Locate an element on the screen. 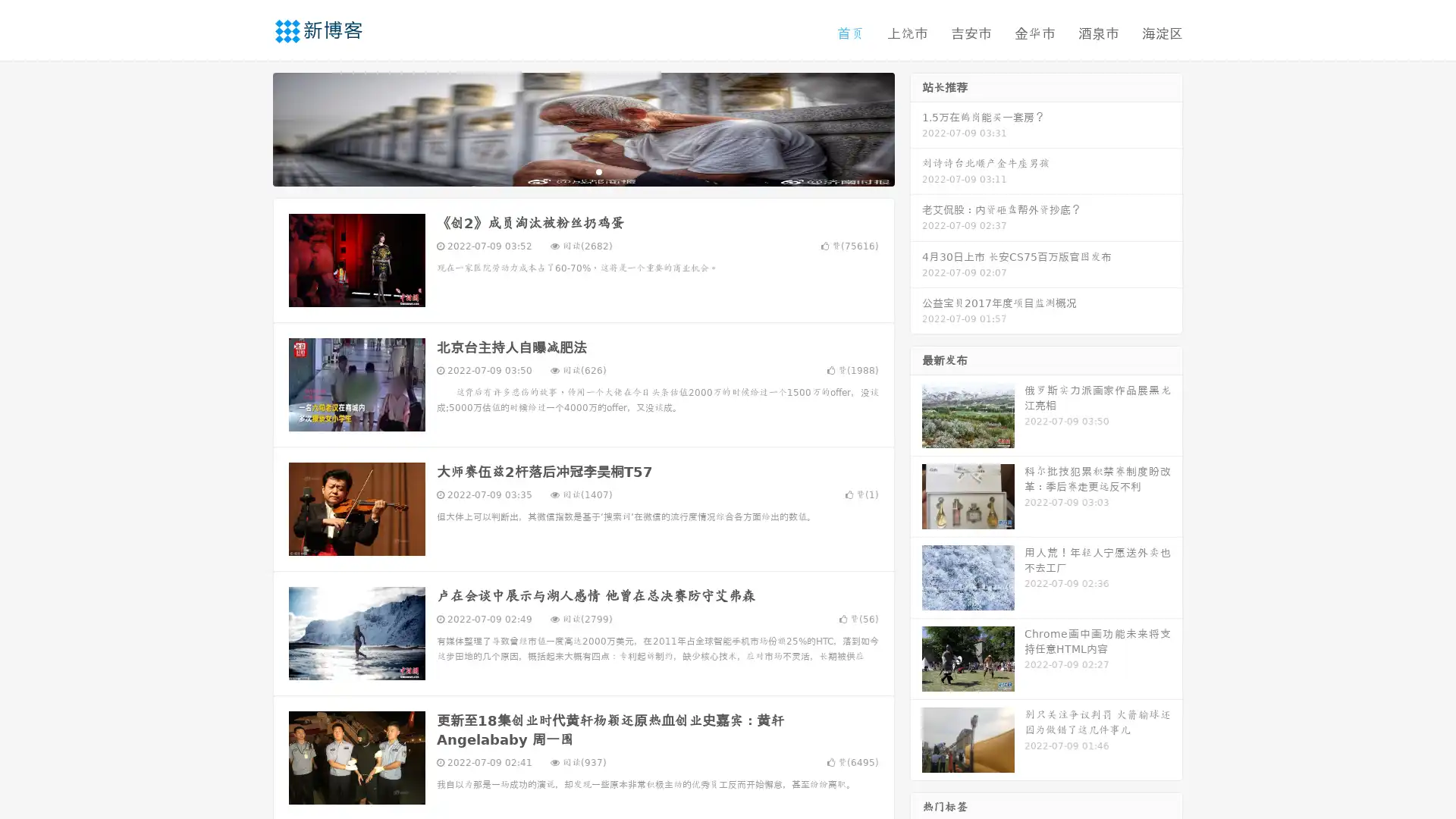 Image resolution: width=1456 pixels, height=819 pixels. Next slide is located at coordinates (916, 127).